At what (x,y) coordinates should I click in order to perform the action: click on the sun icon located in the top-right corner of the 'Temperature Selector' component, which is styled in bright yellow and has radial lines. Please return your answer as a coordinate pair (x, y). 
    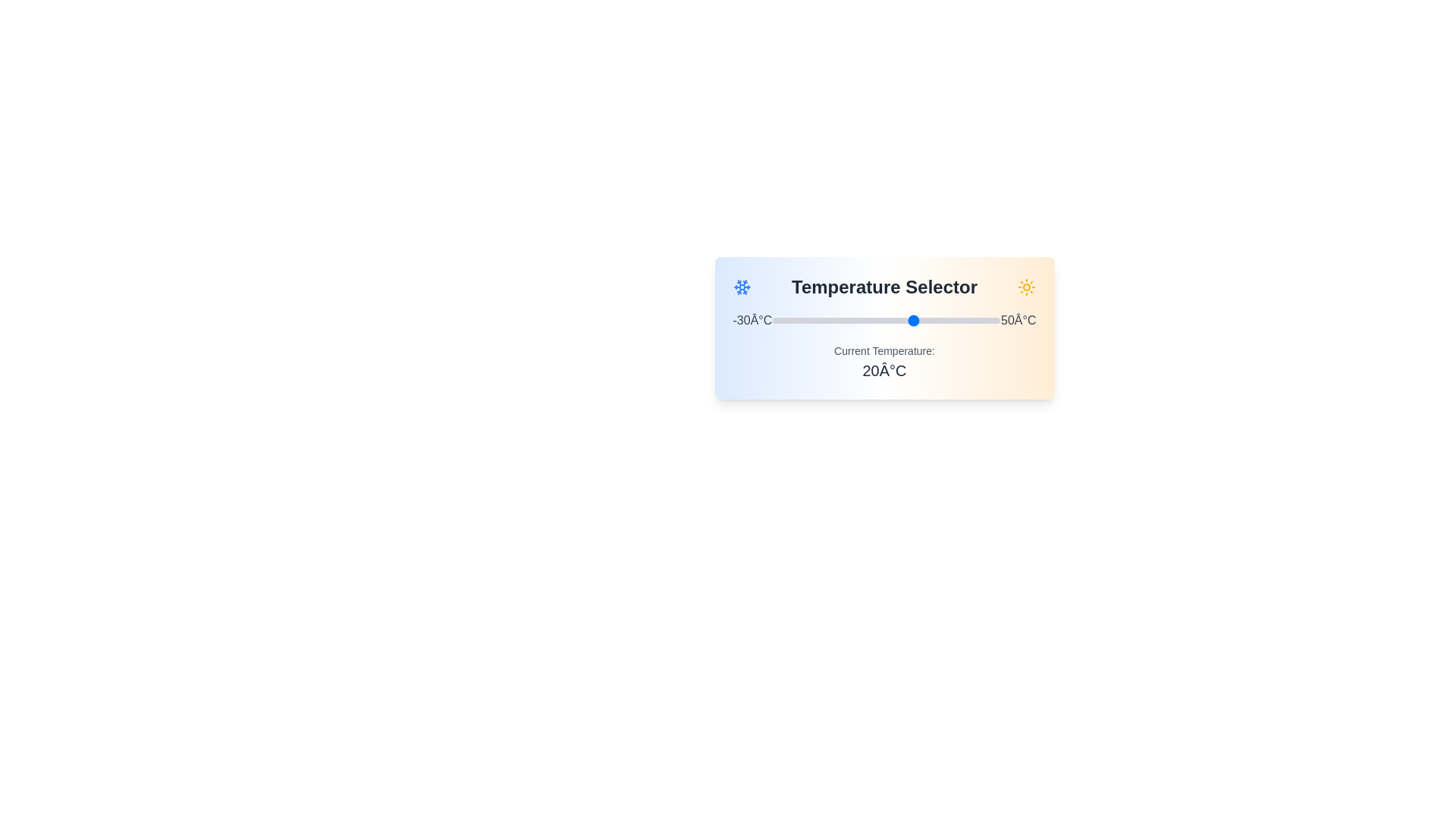
    Looking at the image, I should click on (1027, 287).